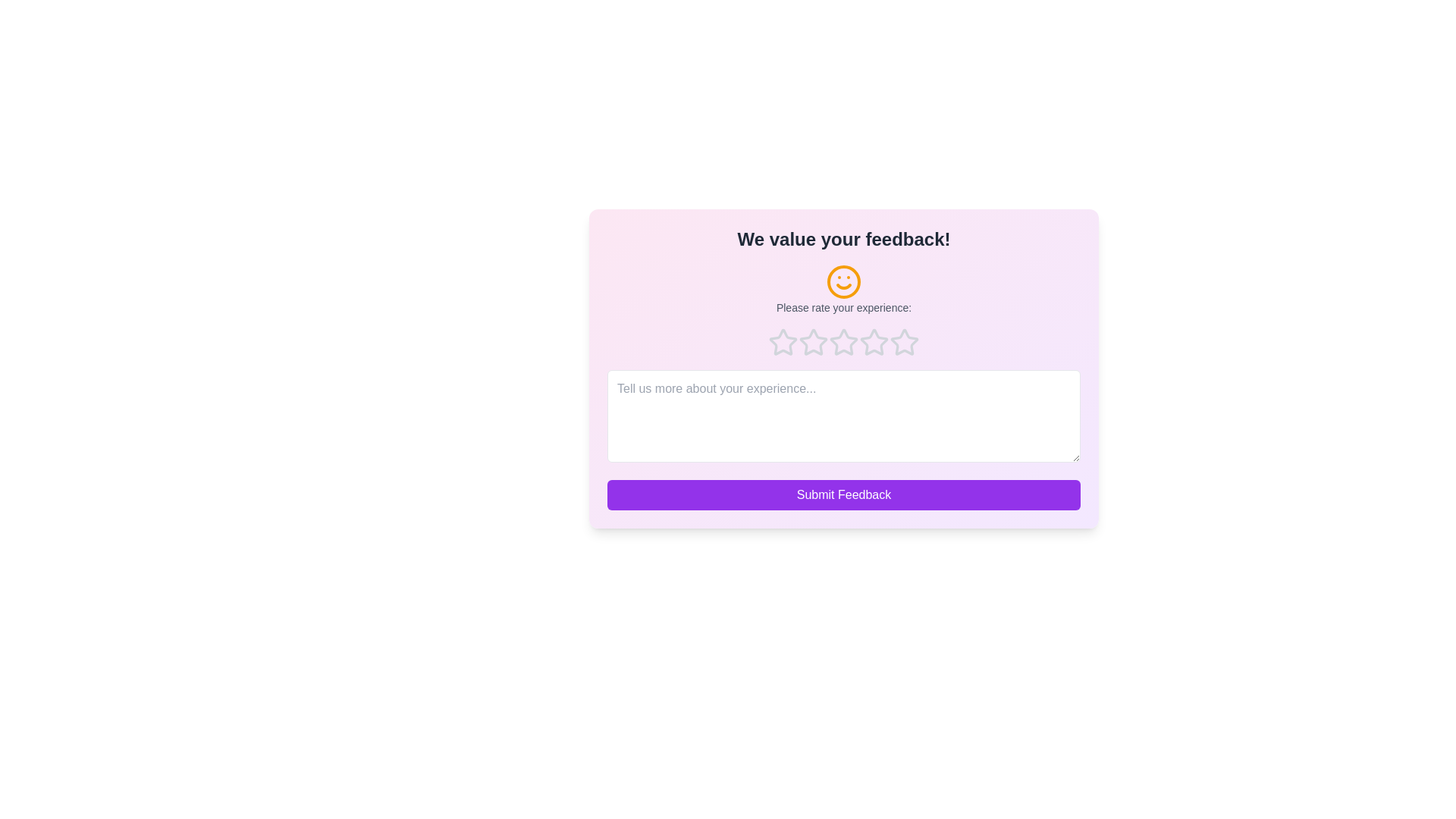  I want to click on the star icon in the Rating element located below the text 'Please rate your experience:', so click(843, 342).